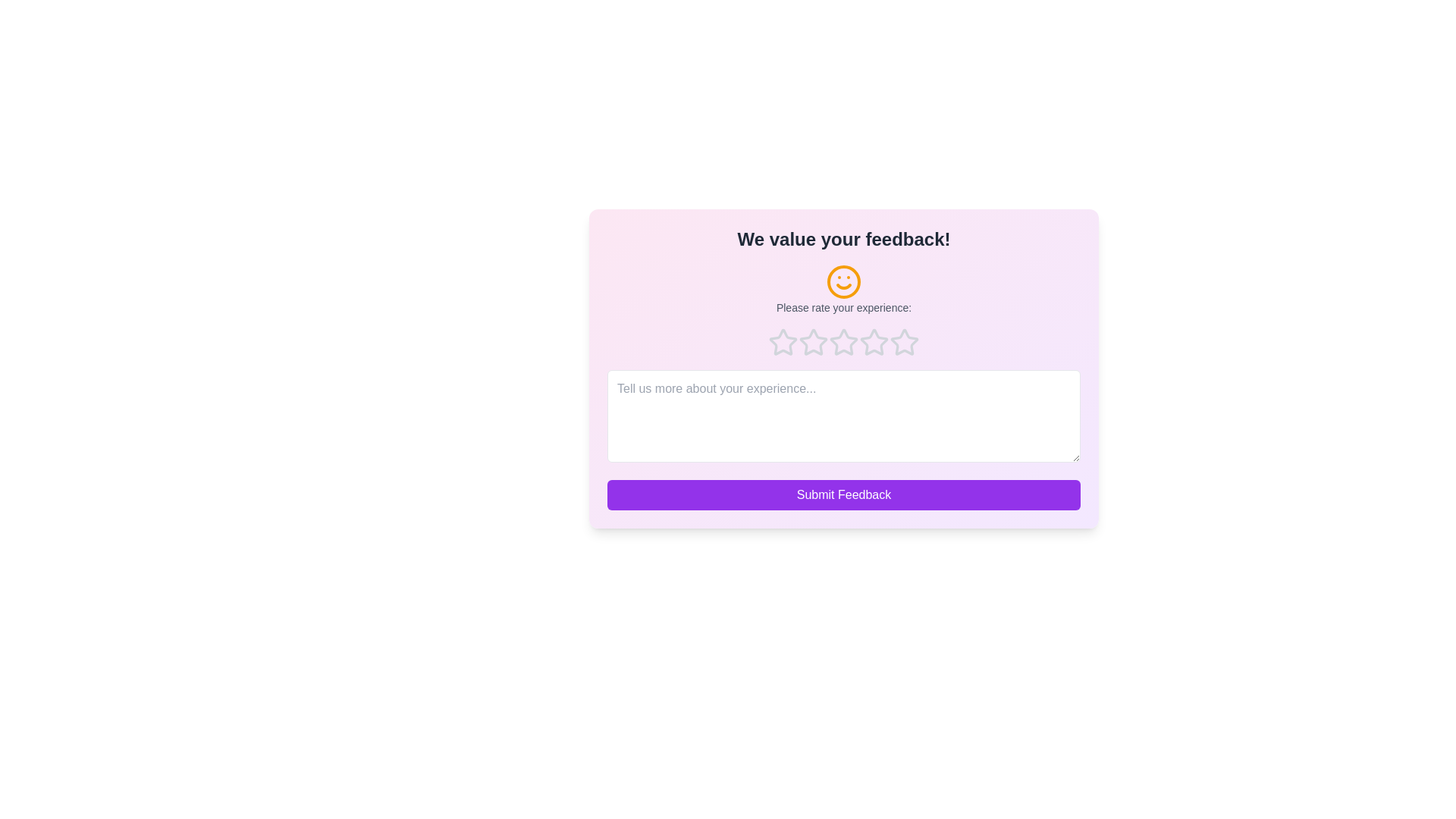  I want to click on the star icon in the Rating element located below the text 'Please rate your experience:', so click(843, 342).